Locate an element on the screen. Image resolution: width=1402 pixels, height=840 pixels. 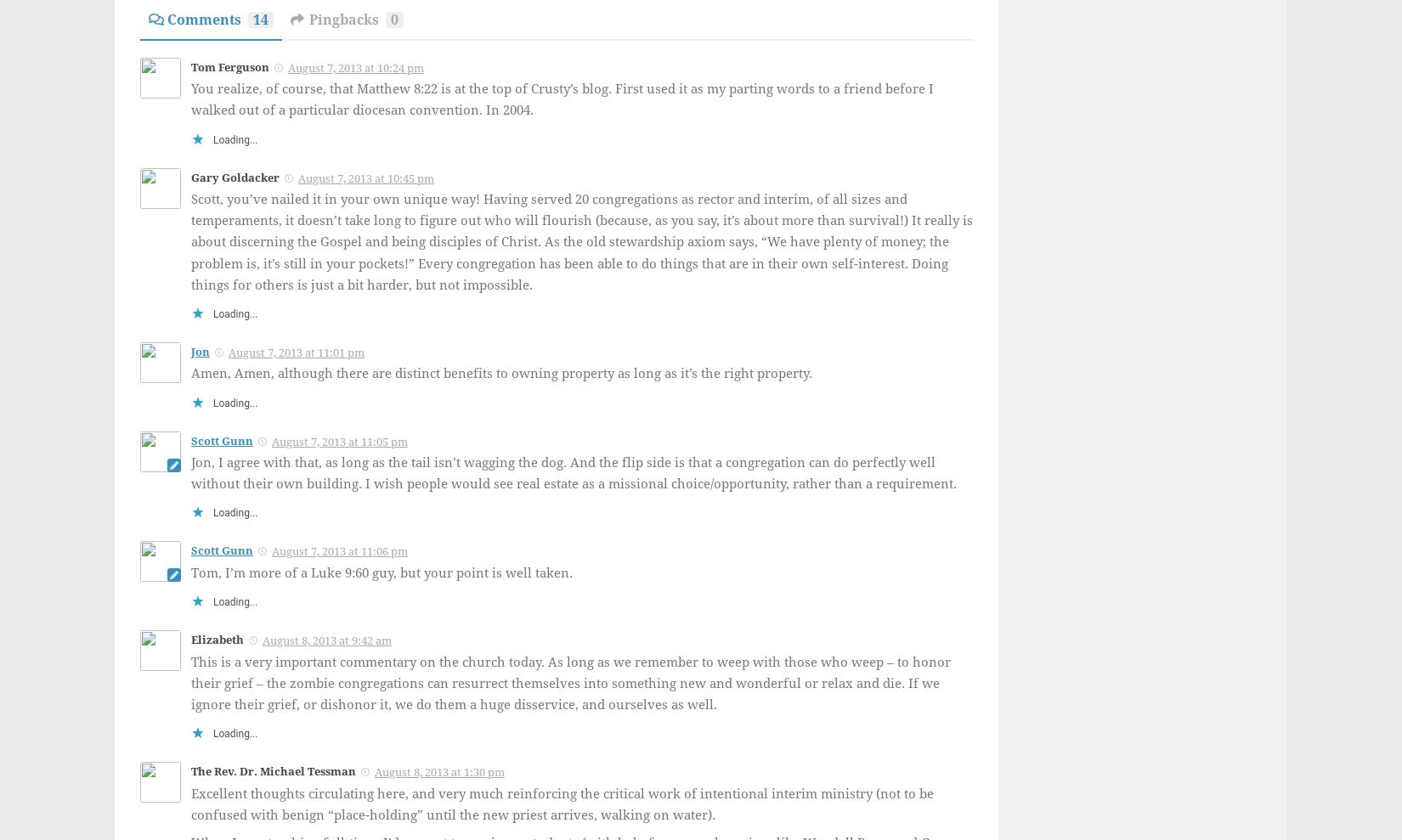
'August 8, 2013 at 1:30 pm' is located at coordinates (438, 771).